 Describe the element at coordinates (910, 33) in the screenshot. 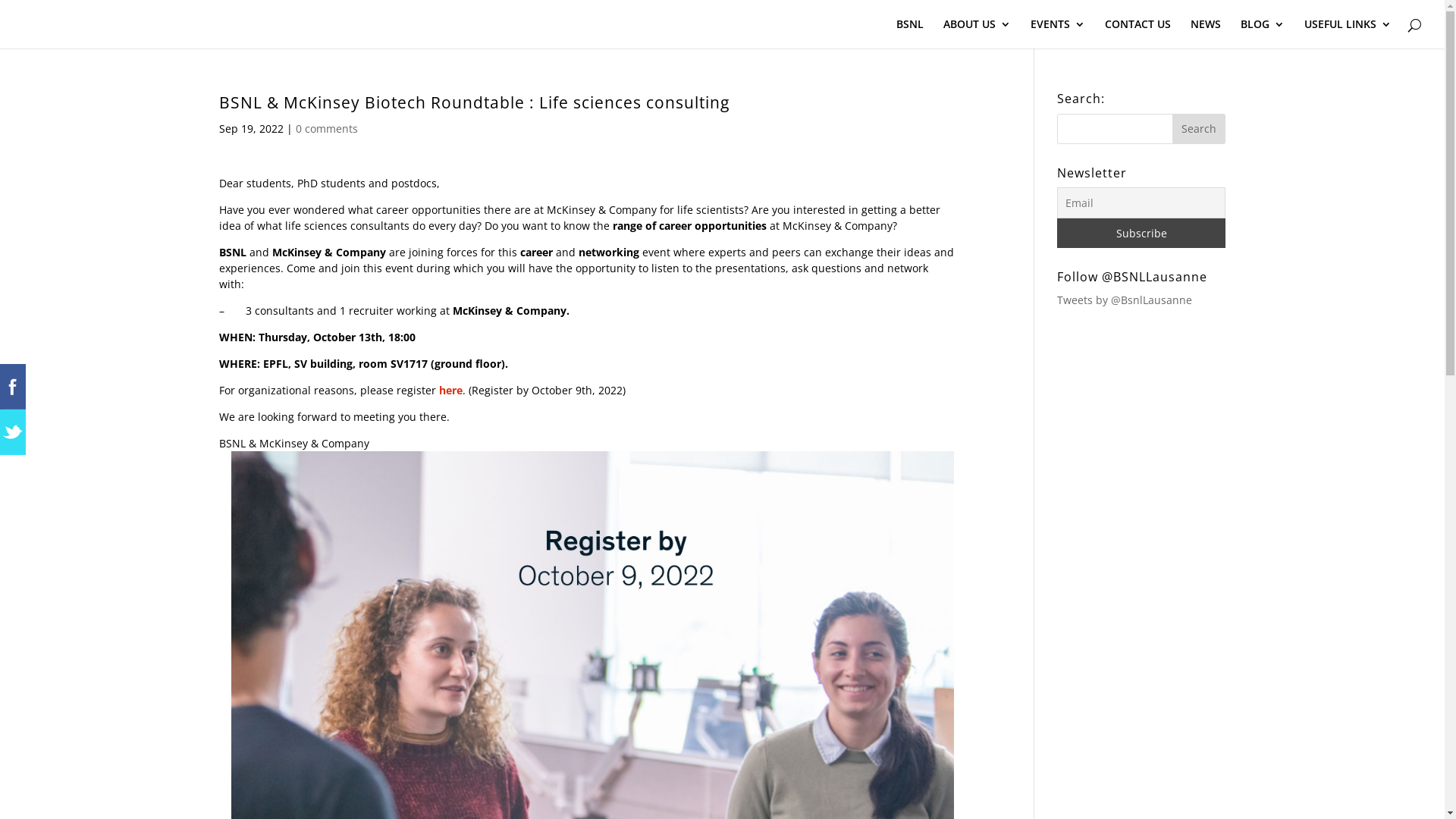

I see `'BSNL'` at that location.